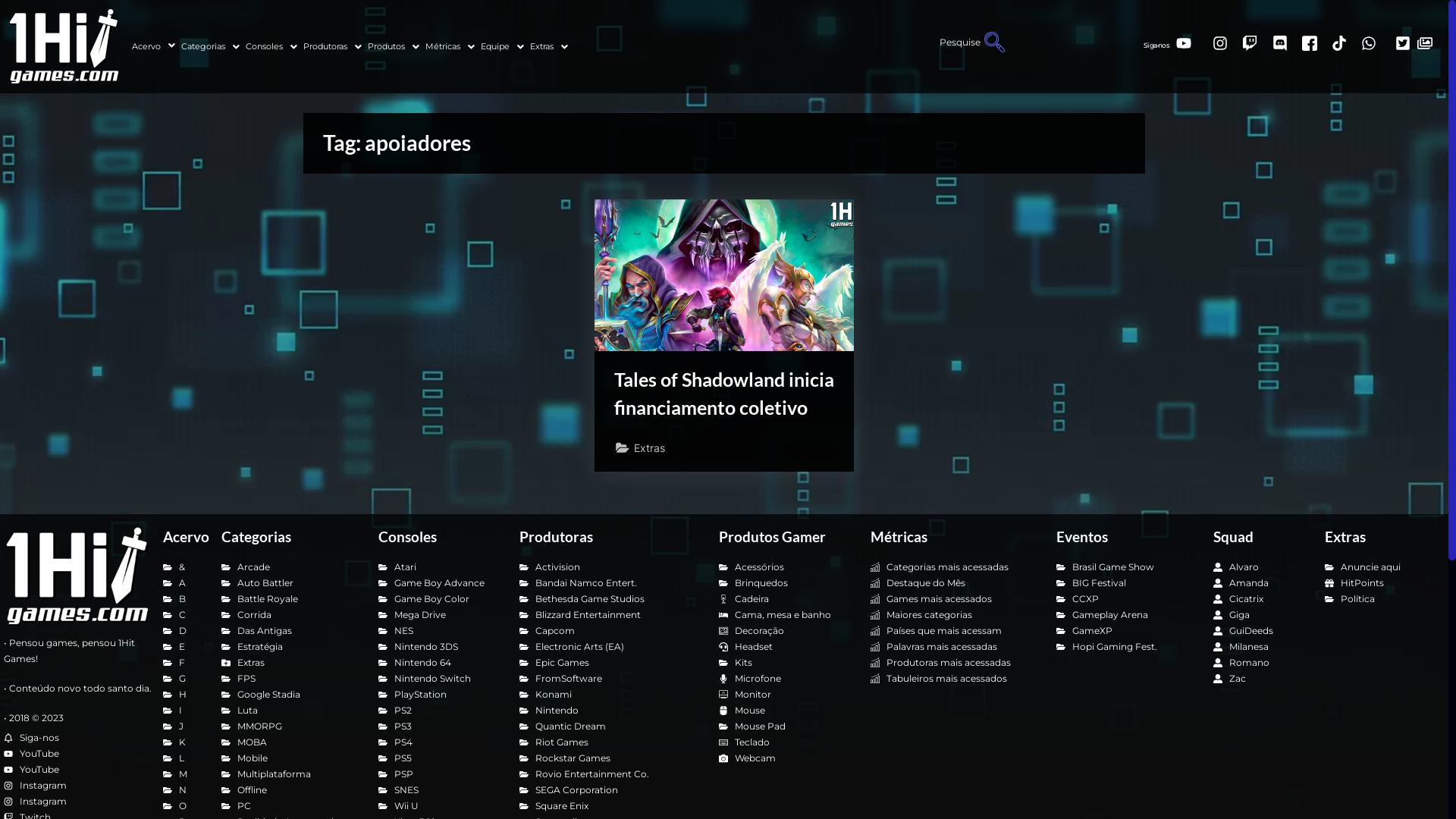  Describe the element at coordinates (184, 773) in the screenshot. I see `'M'` at that location.